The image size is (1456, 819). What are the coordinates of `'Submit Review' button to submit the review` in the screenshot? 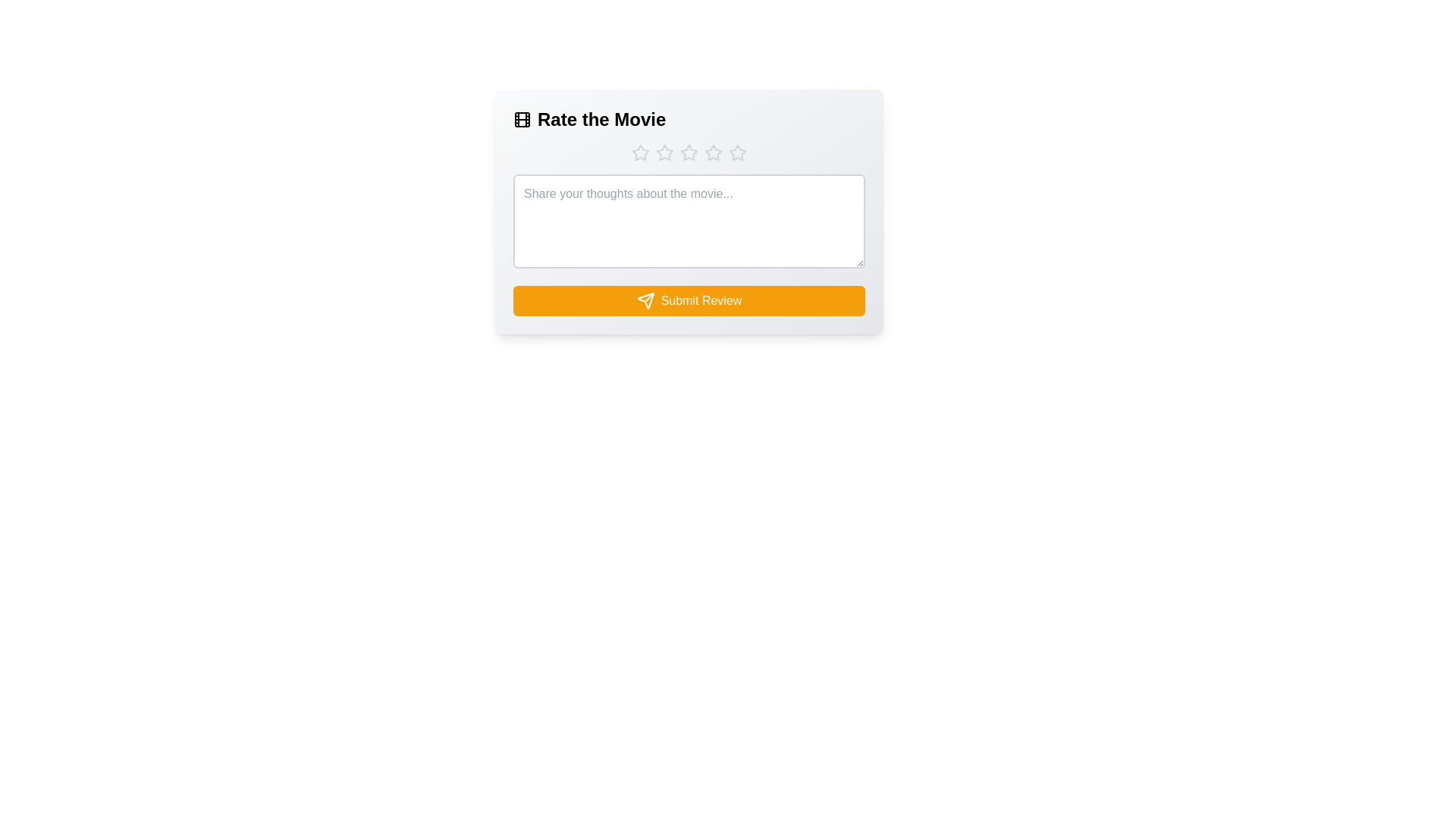 It's located at (688, 301).